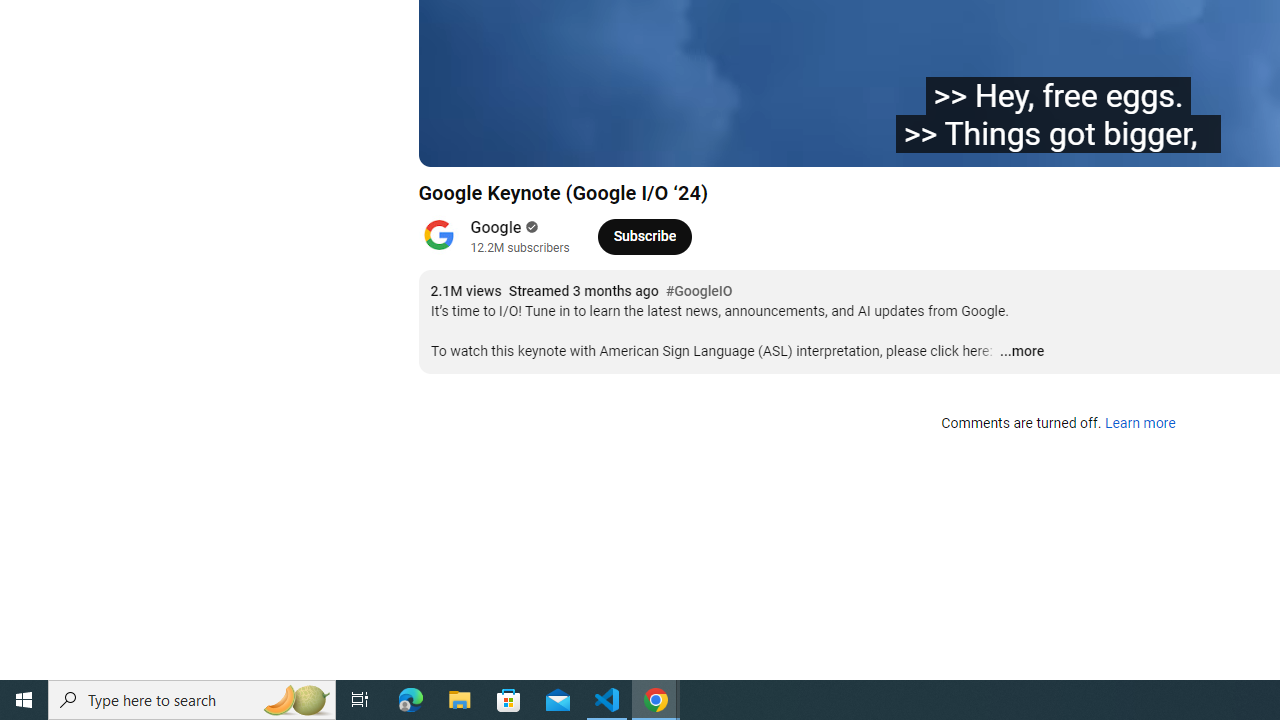 The height and width of the screenshot is (720, 1280). Describe the element at coordinates (1021, 351) in the screenshot. I see `'...more'` at that location.